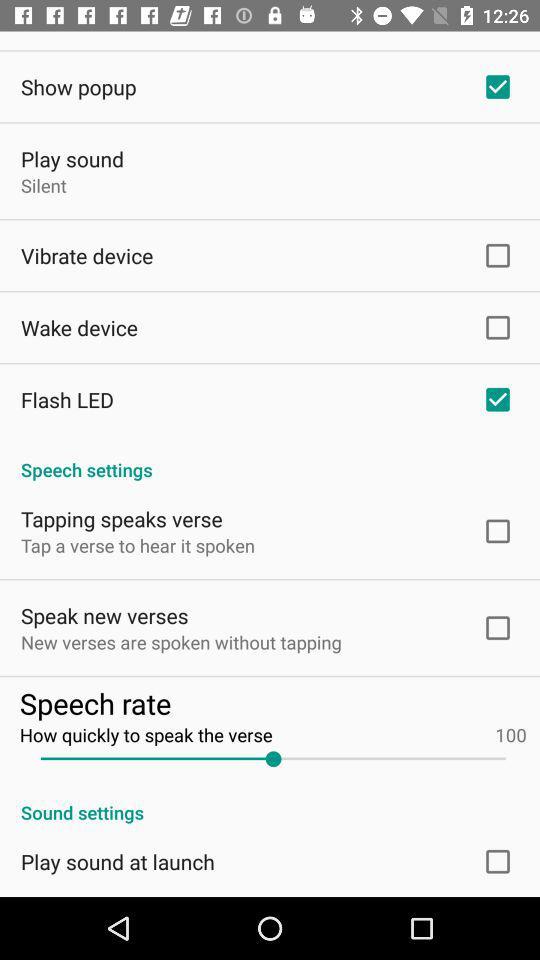 This screenshot has height=960, width=540. Describe the element at coordinates (272, 733) in the screenshot. I see `how quickly to app` at that location.